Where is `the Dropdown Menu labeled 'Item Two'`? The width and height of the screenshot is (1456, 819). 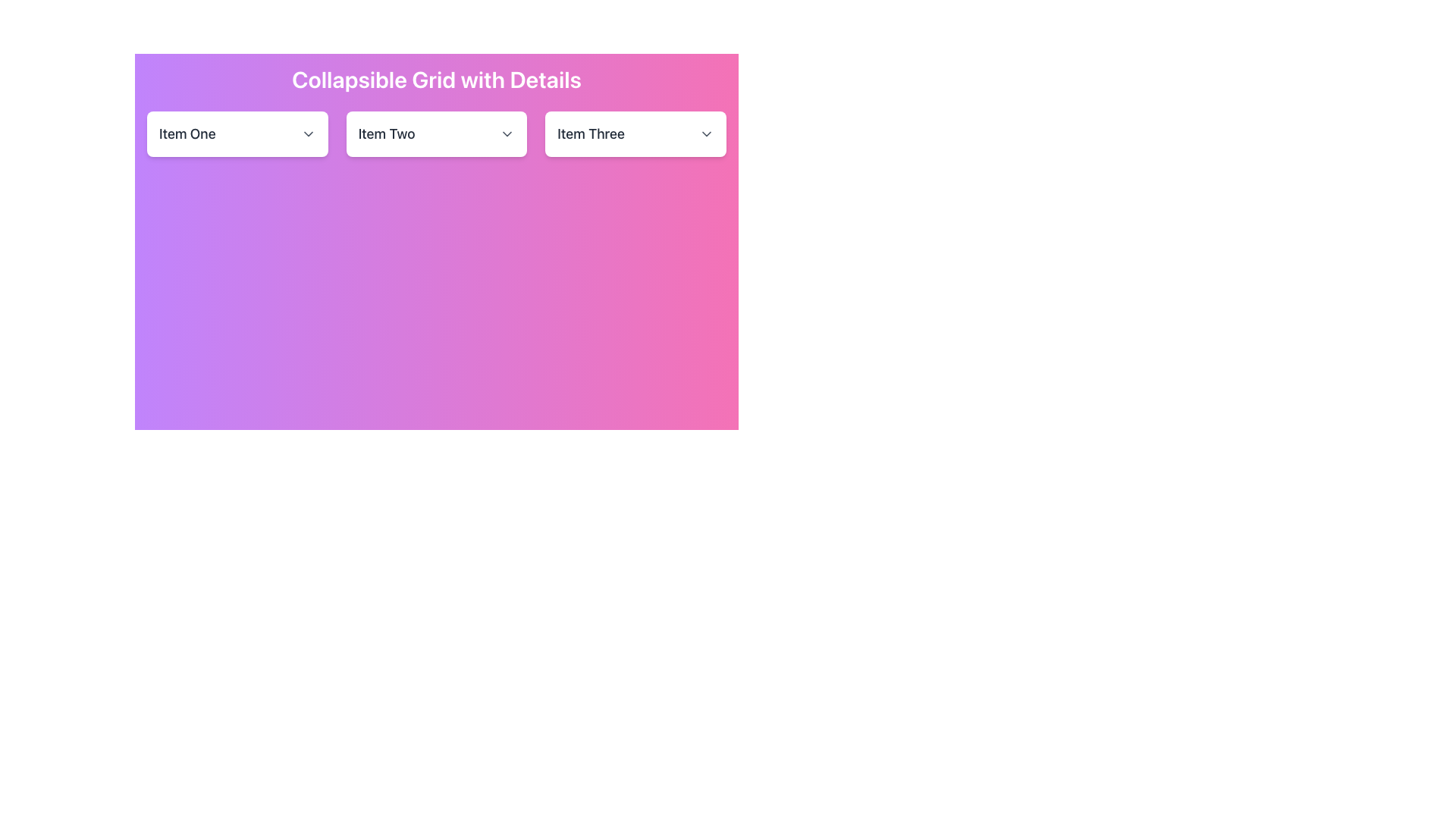
the Dropdown Menu labeled 'Item Two' is located at coordinates (436, 133).